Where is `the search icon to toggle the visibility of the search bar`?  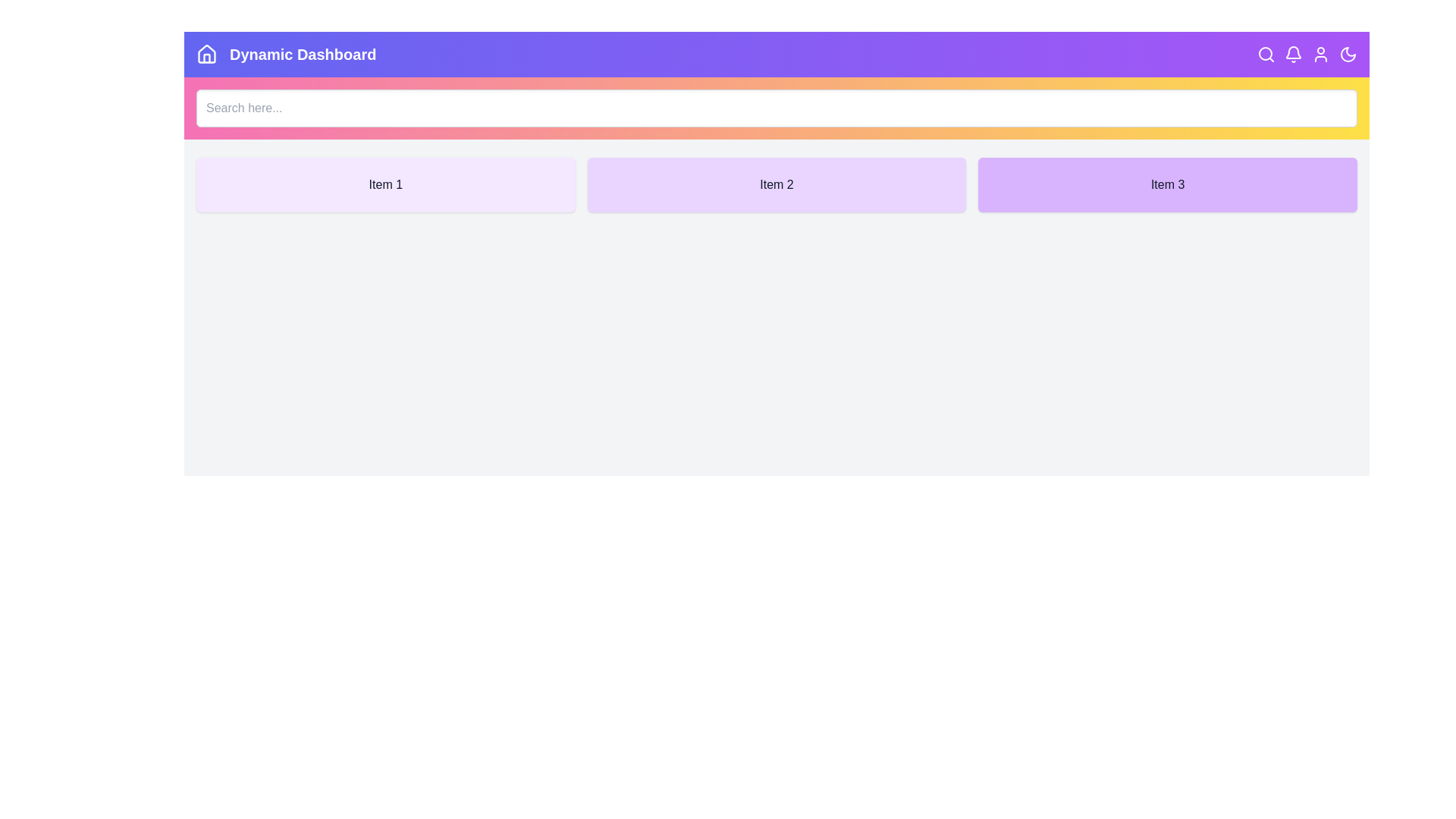 the search icon to toggle the visibility of the search bar is located at coordinates (1266, 54).